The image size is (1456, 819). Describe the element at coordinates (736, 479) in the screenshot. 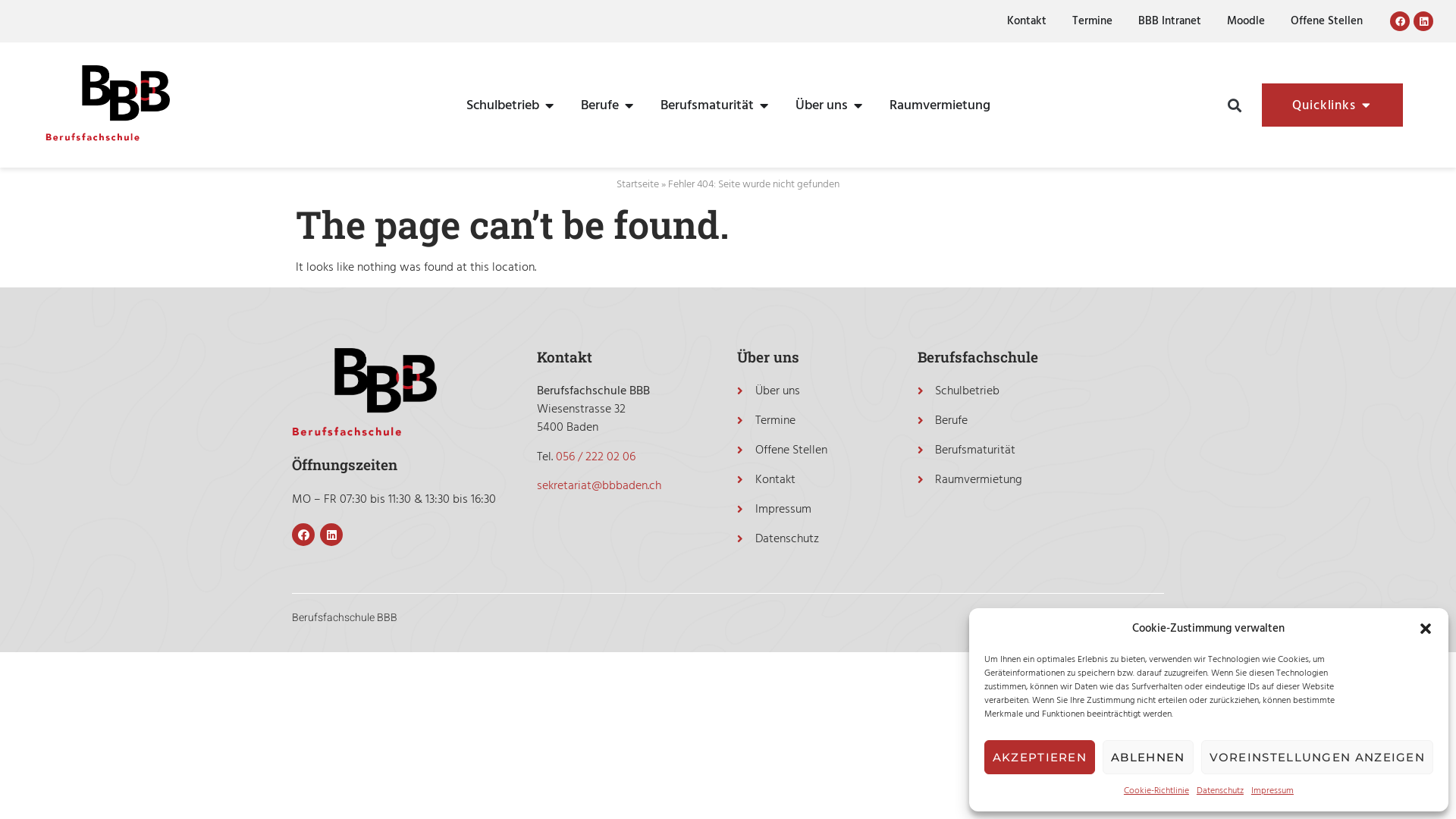

I see `'Kontakt'` at that location.